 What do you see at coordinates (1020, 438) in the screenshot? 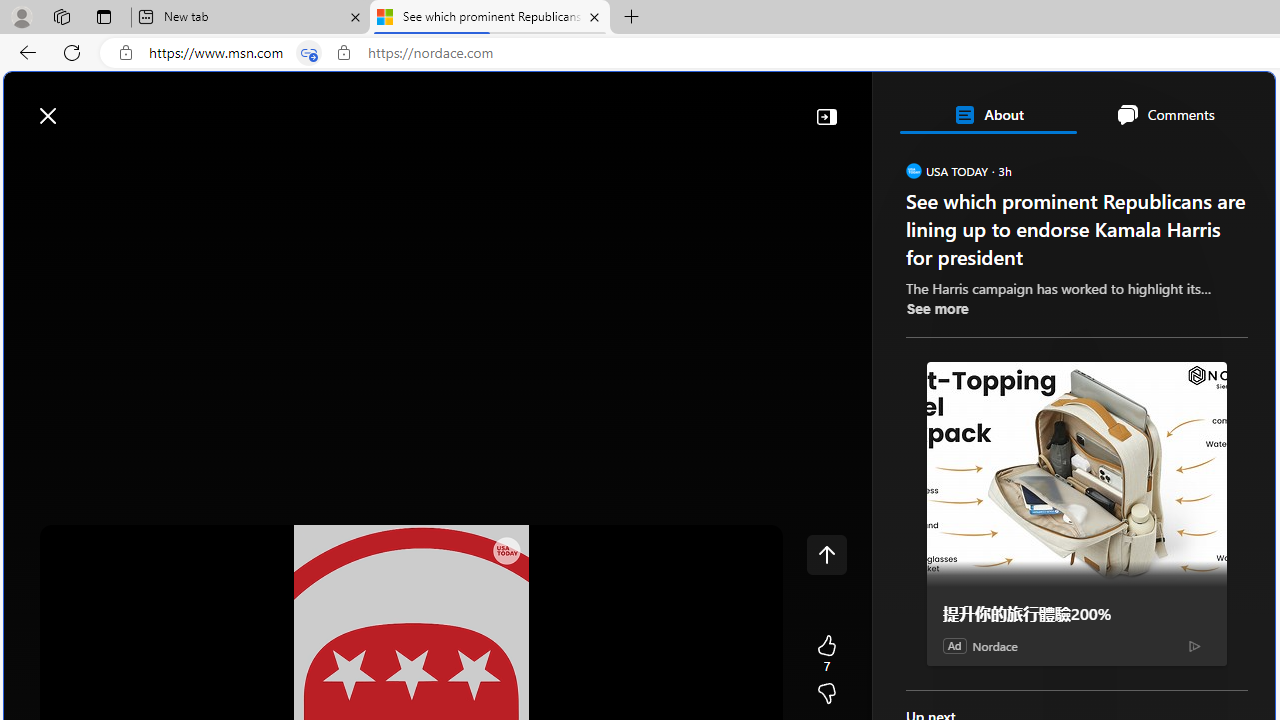
I see `'The Seeing Eye'` at bounding box center [1020, 438].